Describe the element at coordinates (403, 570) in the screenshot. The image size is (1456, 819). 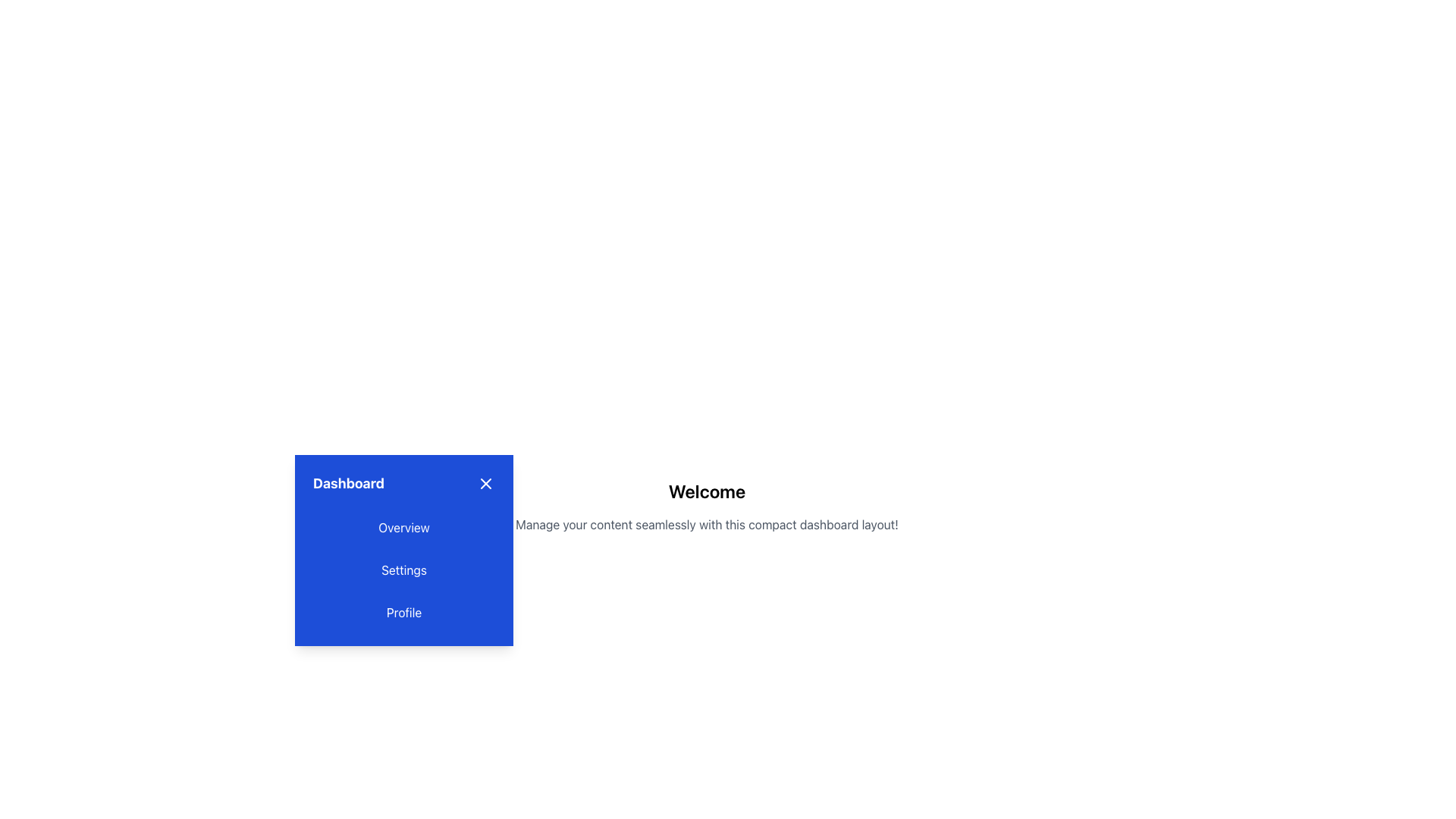
I see `the 'Settings' button located in the sidebar menu` at that location.